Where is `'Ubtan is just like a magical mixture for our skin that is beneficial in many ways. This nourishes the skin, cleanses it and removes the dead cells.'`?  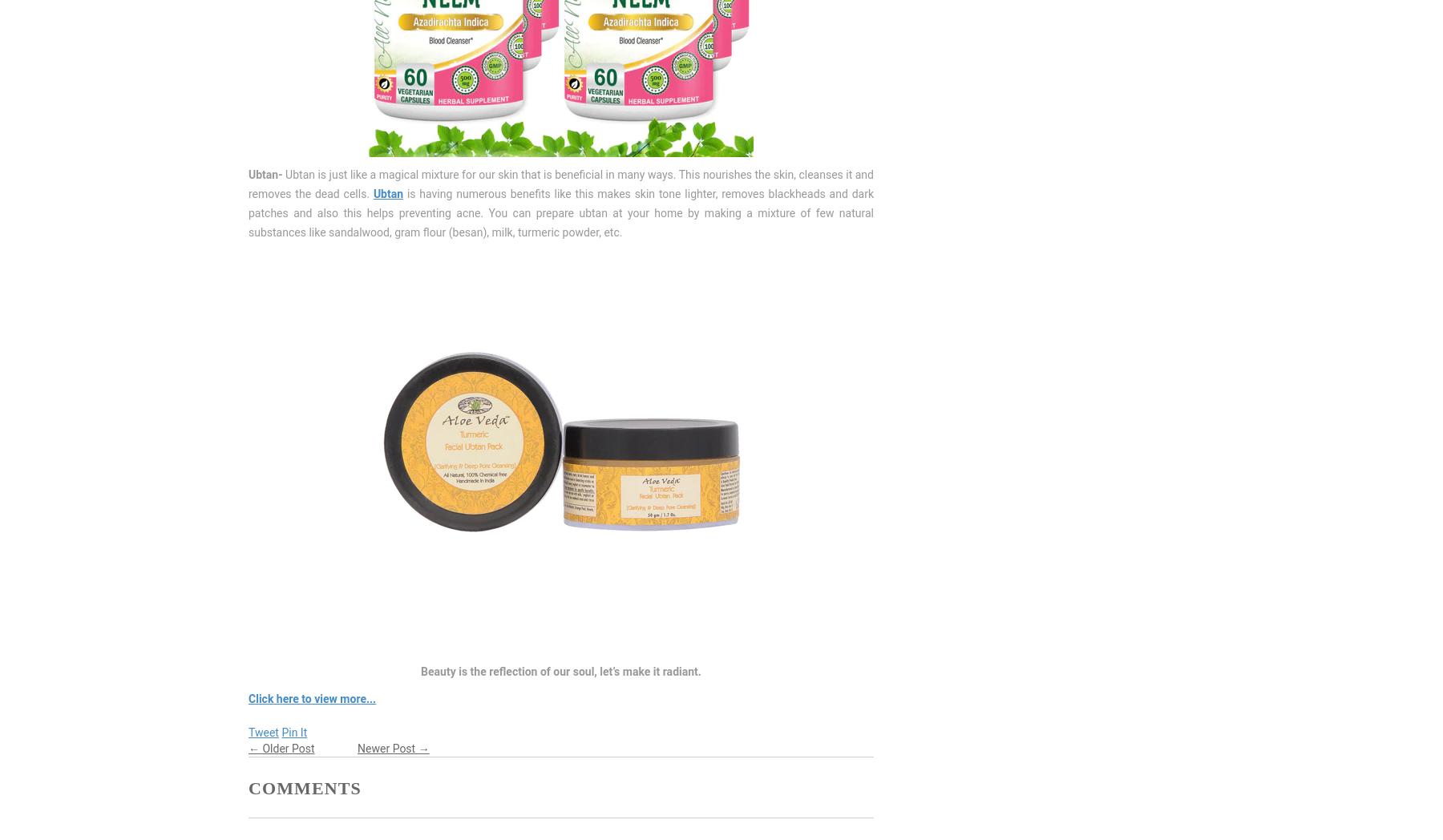
'Ubtan is just like a magical mixture for our skin that is beneficial in many ways. This nourishes the skin, cleanses it and removes the dead cells.' is located at coordinates (560, 184).